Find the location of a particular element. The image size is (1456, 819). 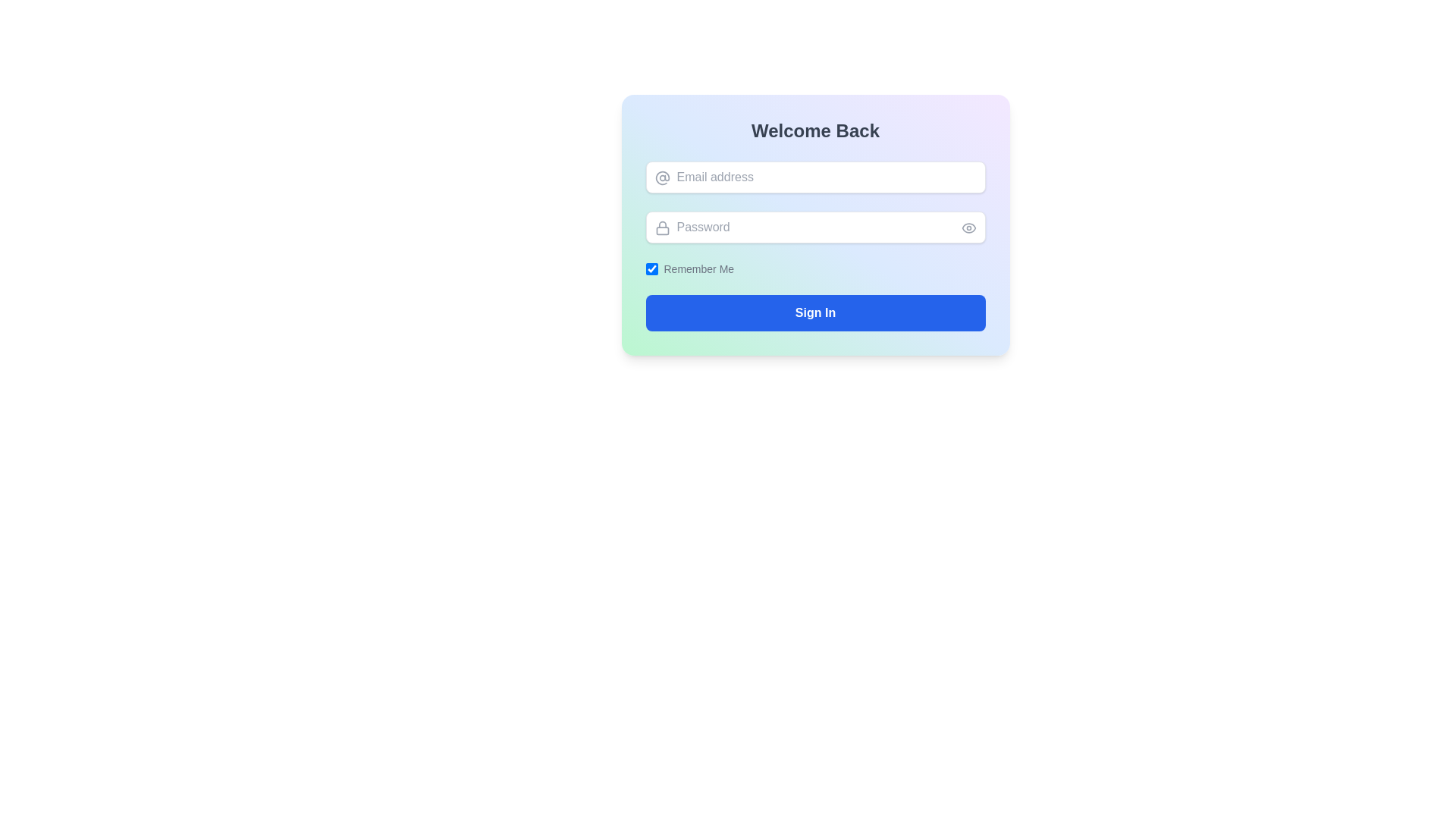

the 'Remember Me' label element, which is styled with a smaller font size and light gray color, positioned next to a checkbox below the password input field is located at coordinates (698, 268).